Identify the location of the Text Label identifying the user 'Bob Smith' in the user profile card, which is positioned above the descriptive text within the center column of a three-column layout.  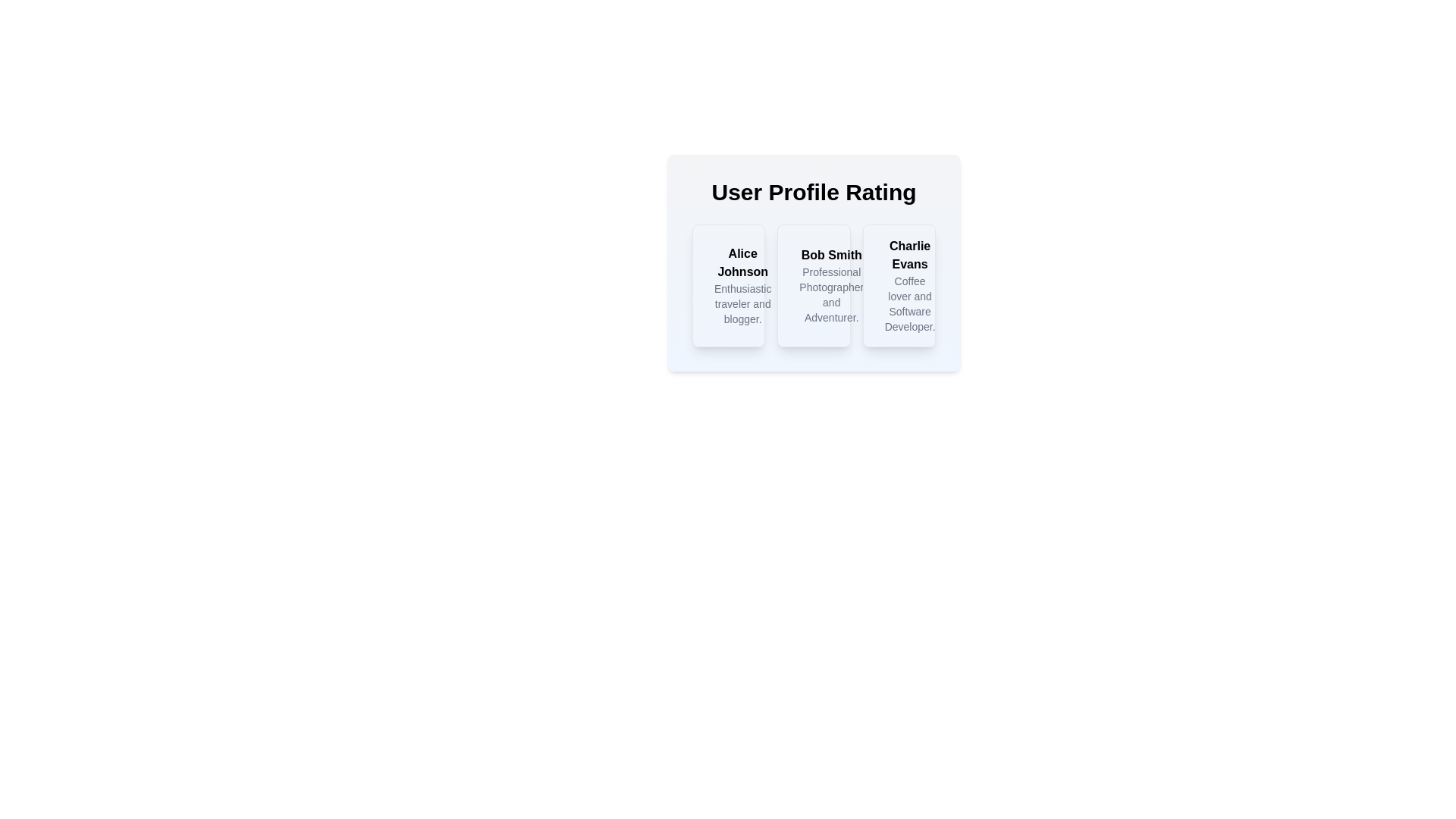
(830, 254).